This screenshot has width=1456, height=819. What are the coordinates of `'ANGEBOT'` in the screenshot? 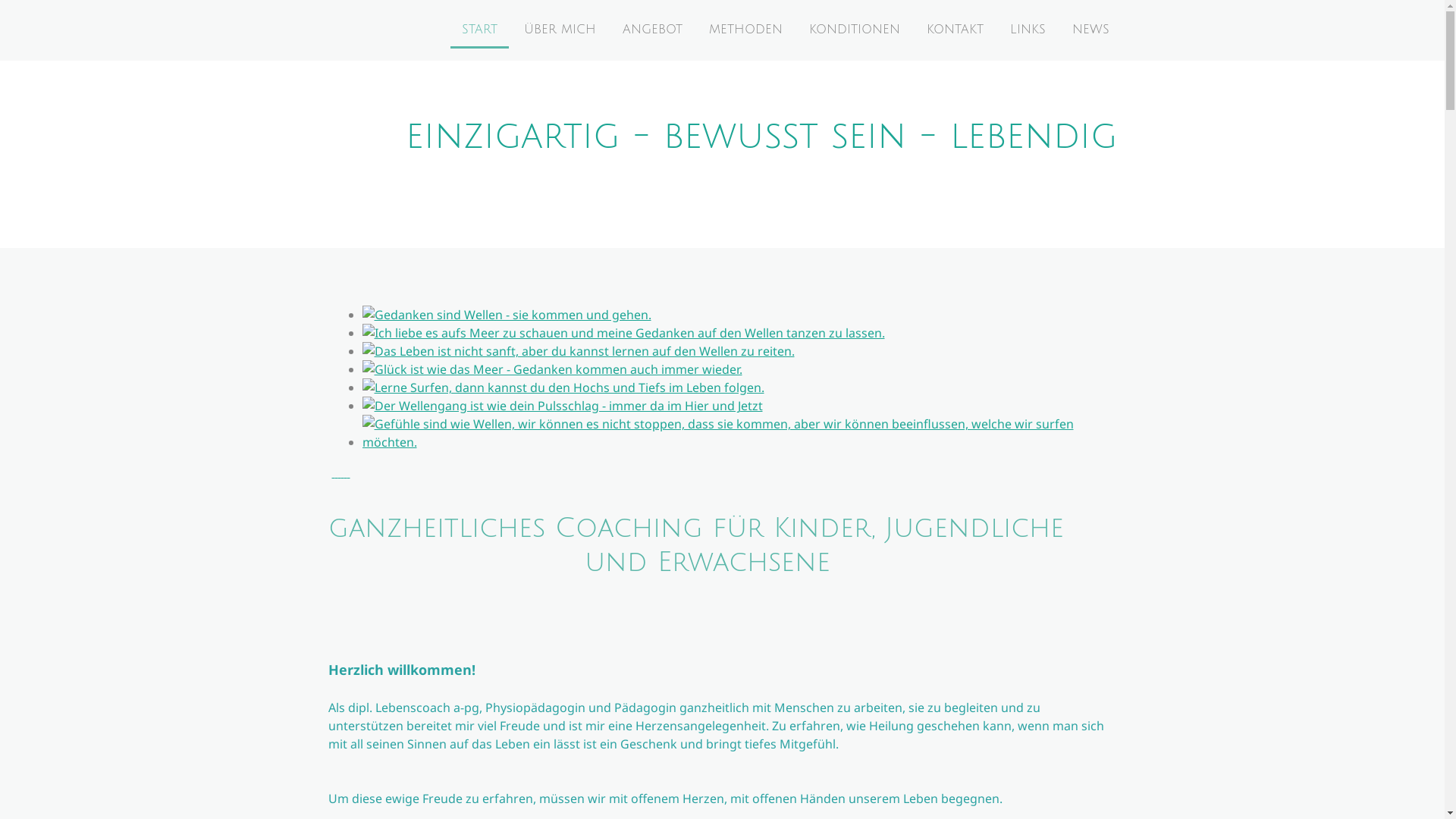 It's located at (652, 30).